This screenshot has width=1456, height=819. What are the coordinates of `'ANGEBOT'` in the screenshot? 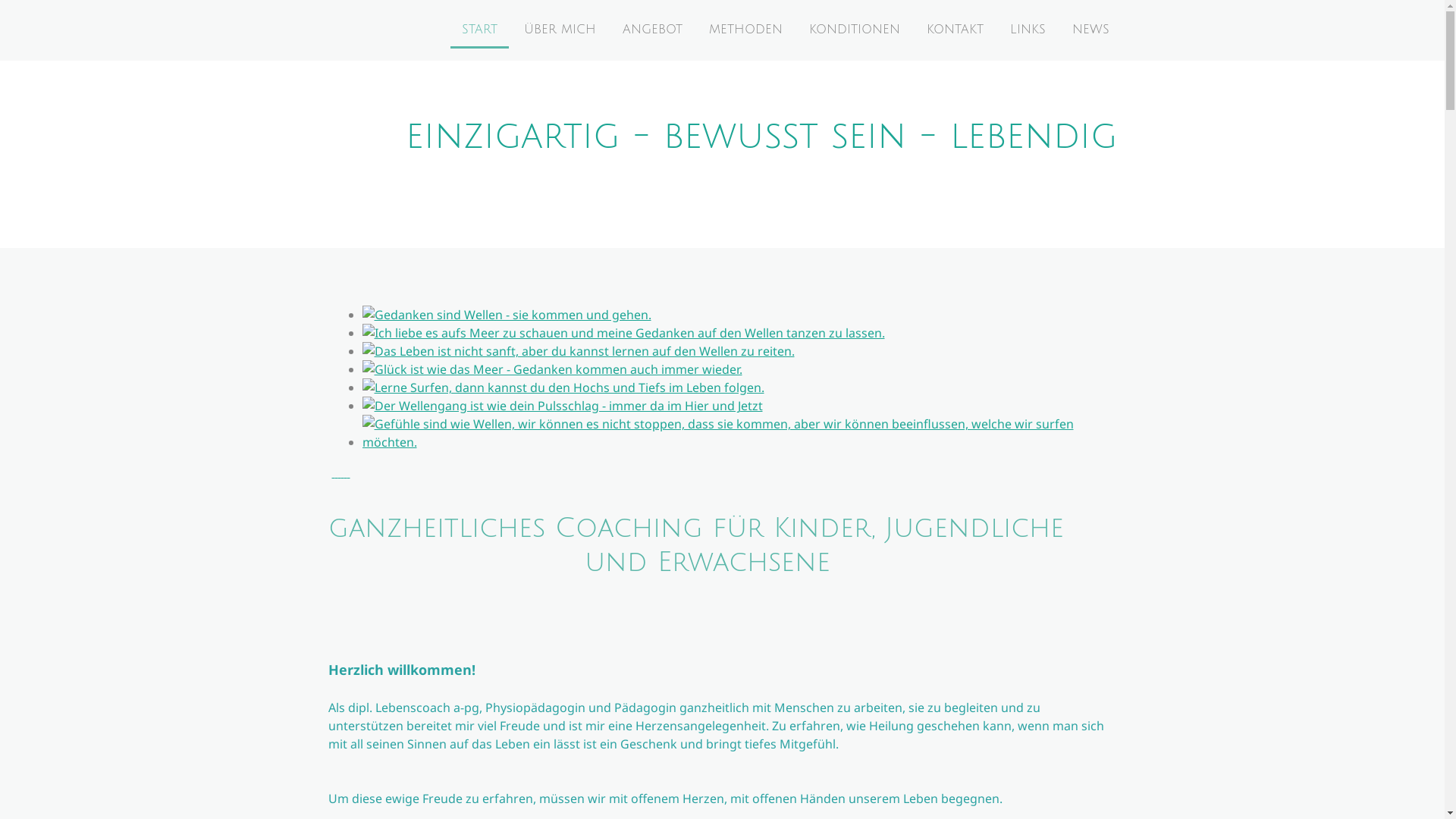 It's located at (652, 30).